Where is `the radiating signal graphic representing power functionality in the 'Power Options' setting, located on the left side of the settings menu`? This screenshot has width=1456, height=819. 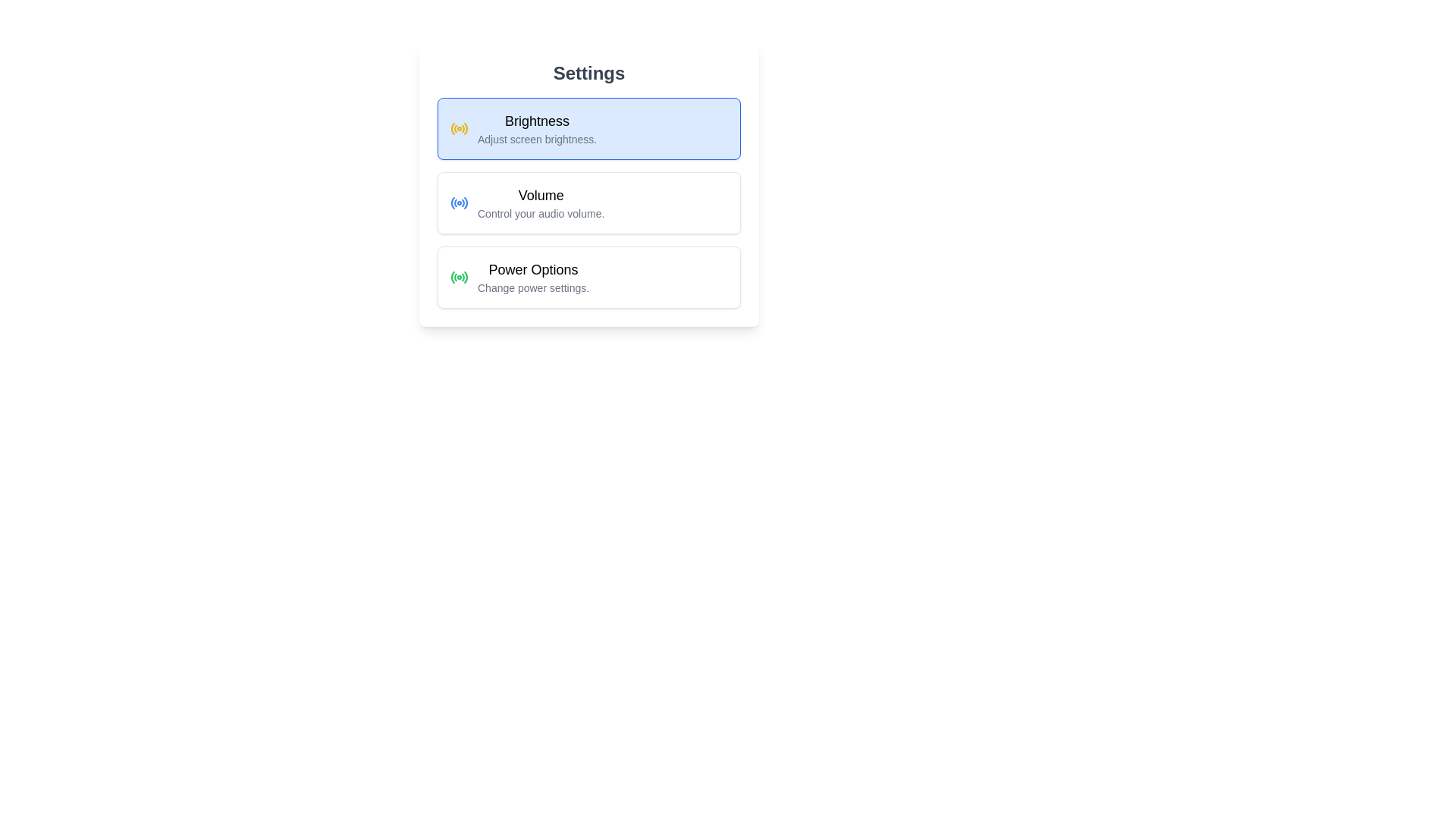
the radiating signal graphic representing power functionality in the 'Power Options' setting, located on the left side of the settings menu is located at coordinates (452, 278).